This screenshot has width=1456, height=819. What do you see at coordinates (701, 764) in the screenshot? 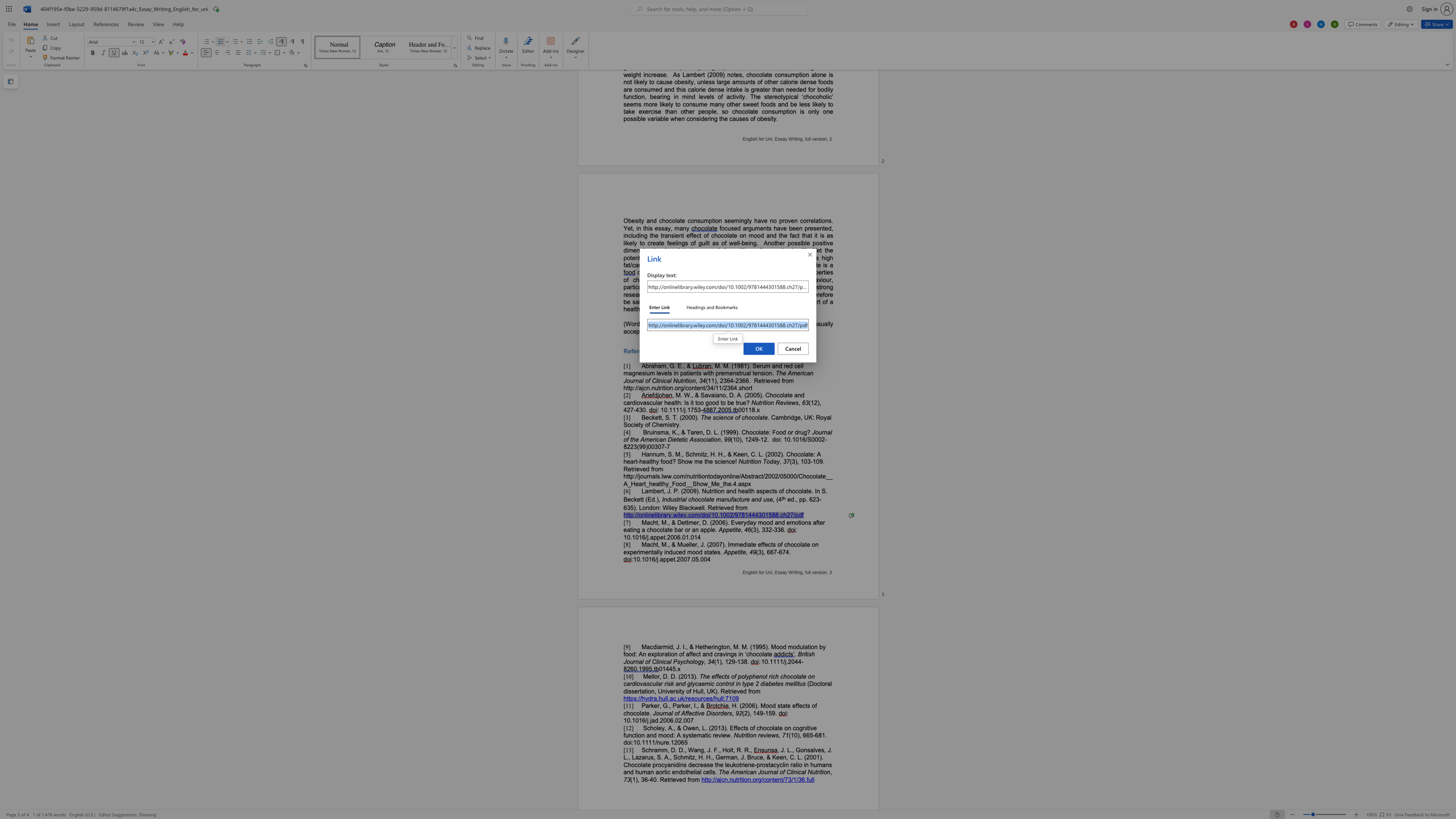
I see `the 8th character "e" in the text` at bounding box center [701, 764].